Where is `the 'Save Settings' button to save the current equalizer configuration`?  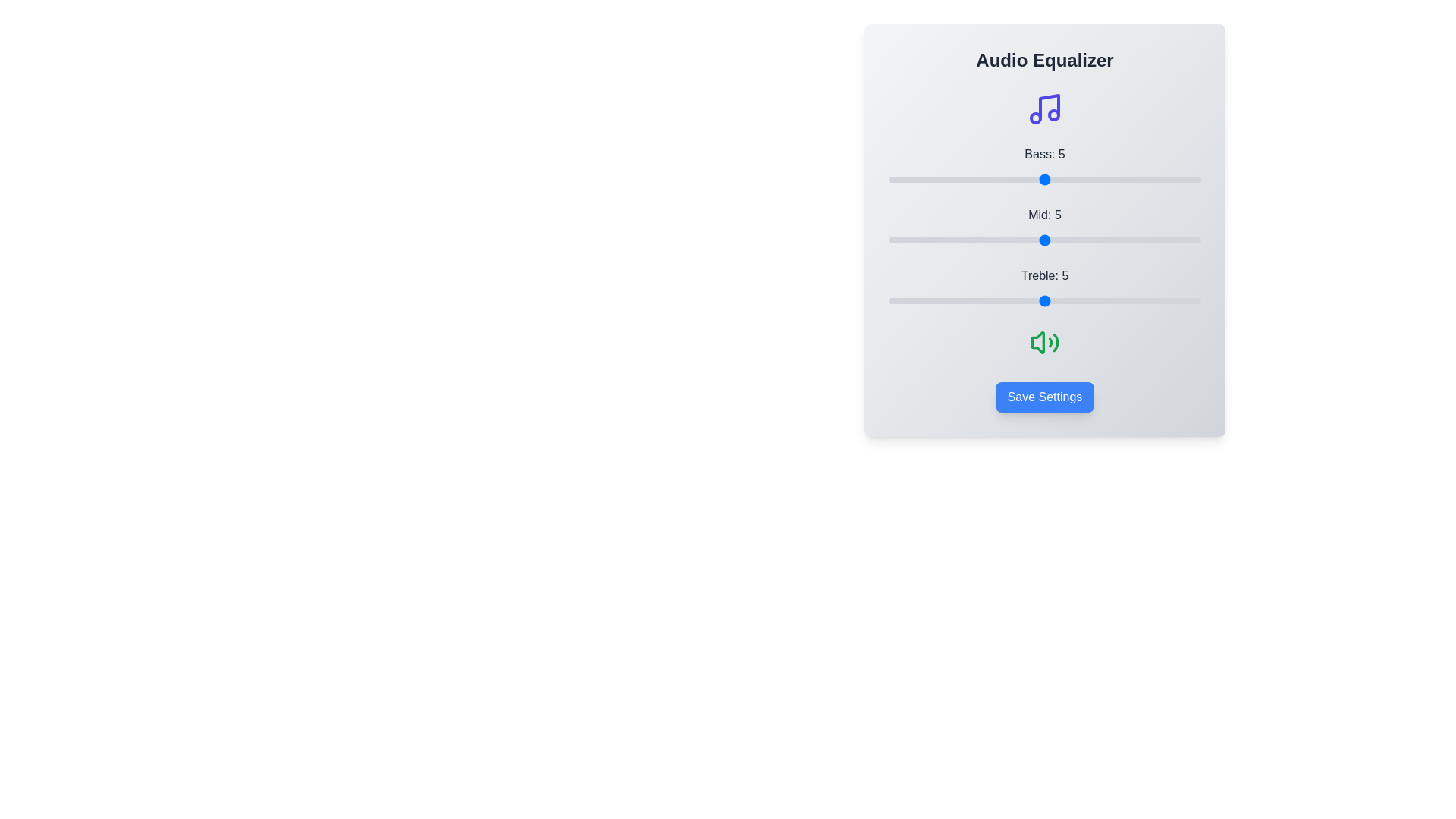
the 'Save Settings' button to save the current equalizer configuration is located at coordinates (1043, 397).